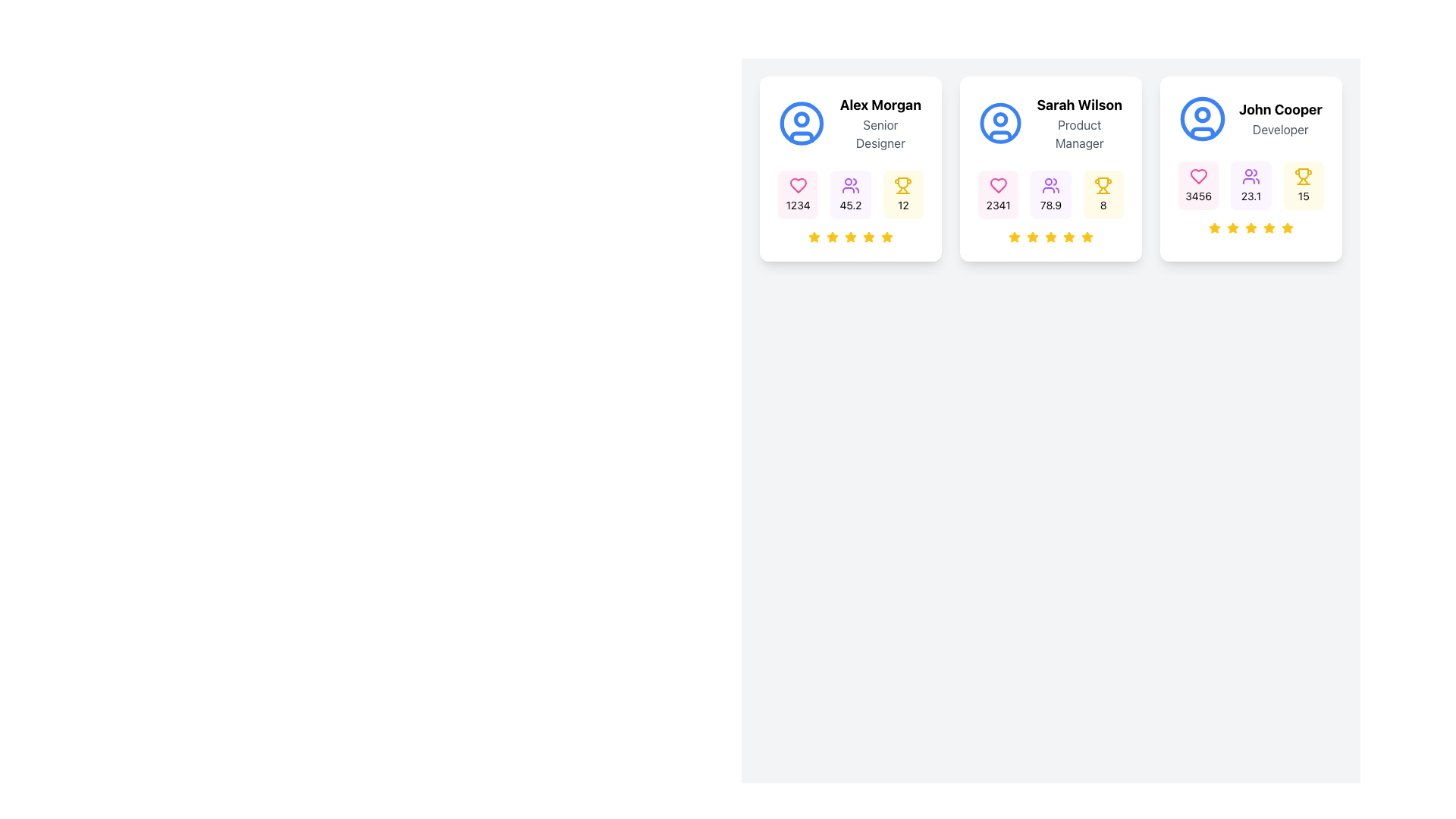  I want to click on rating stars element located at the bottom of the card labeled 'Sarah Wilson, Product Manager', which visually represents a user rating or score, so click(1050, 237).